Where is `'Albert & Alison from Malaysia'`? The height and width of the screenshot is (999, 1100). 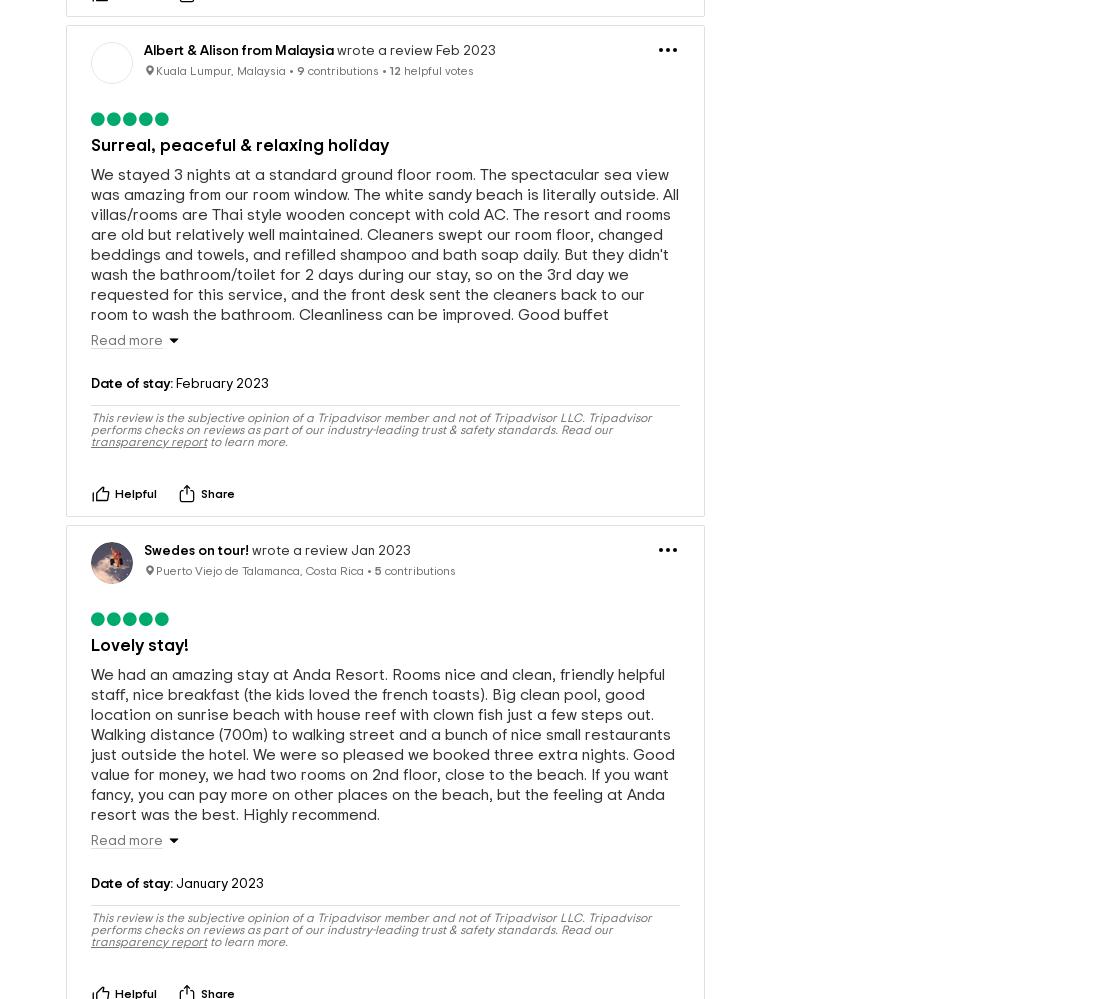 'Albert & Alison from Malaysia' is located at coordinates (142, 17).